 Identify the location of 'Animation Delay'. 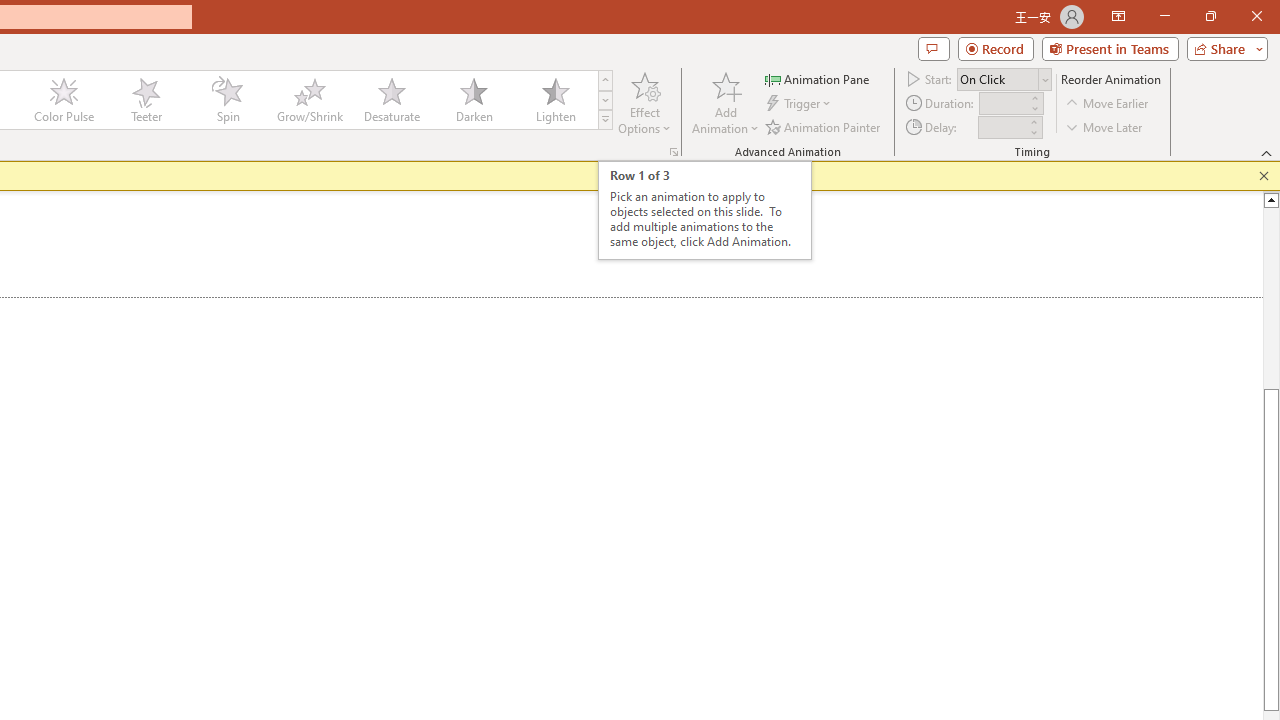
(1002, 127).